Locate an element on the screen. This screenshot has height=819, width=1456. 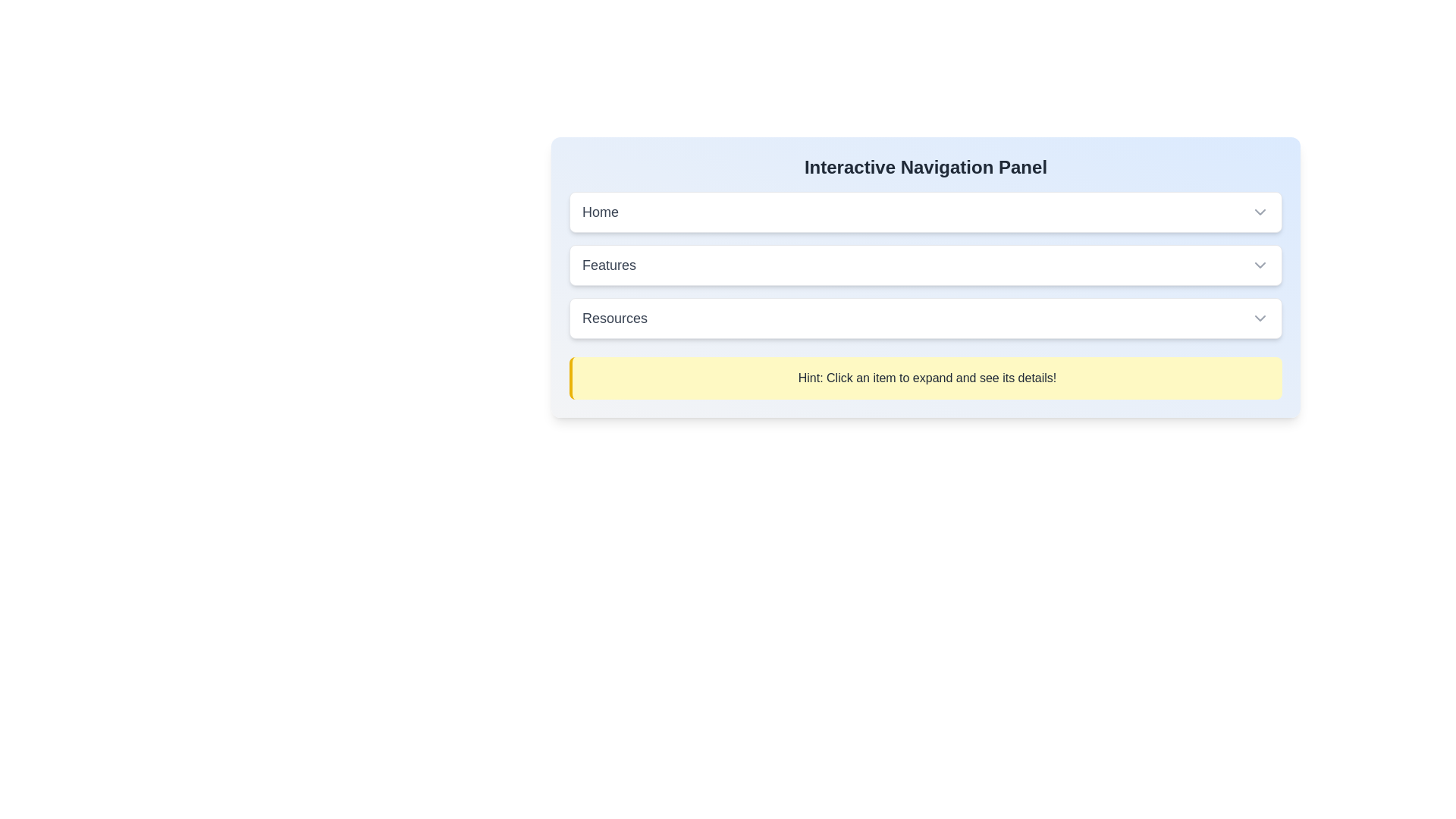
text label for the third item in the vertical navigation menu, which serves as the label for an expandable/collapsible section related to the interface or application is located at coordinates (615, 318).